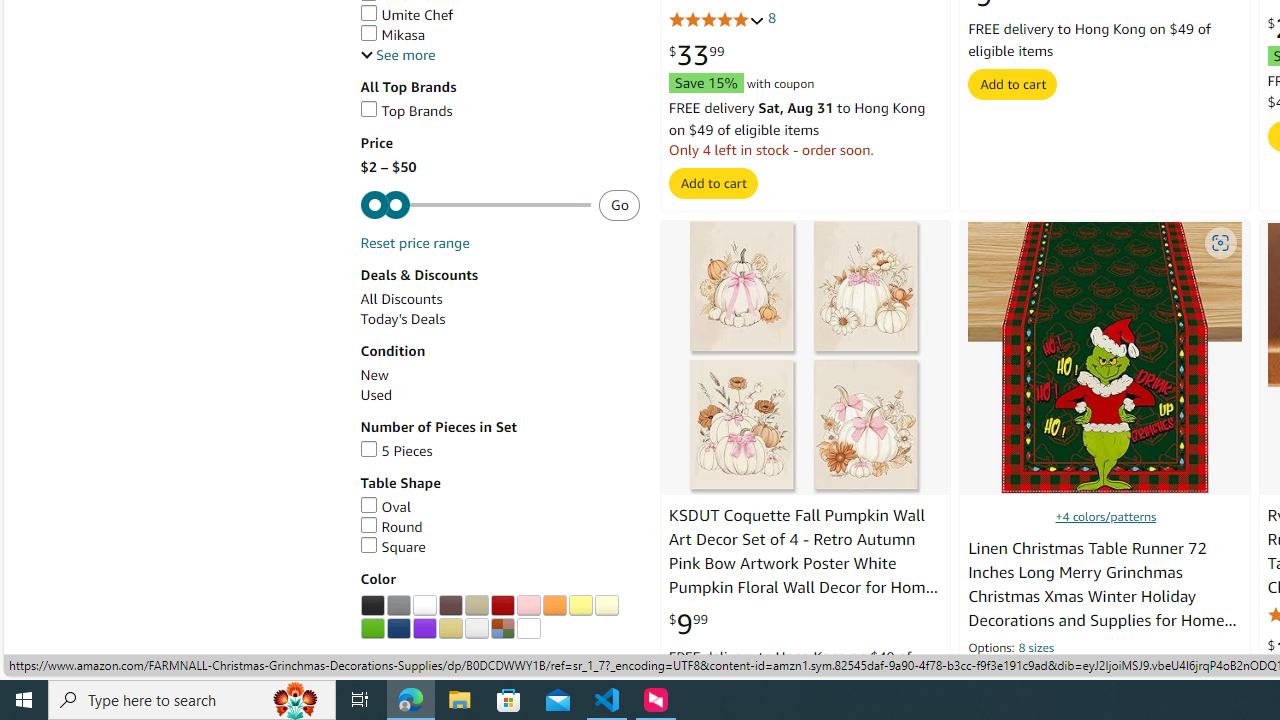  Describe the element at coordinates (474, 205) in the screenshot. I see `'Maximum'` at that location.